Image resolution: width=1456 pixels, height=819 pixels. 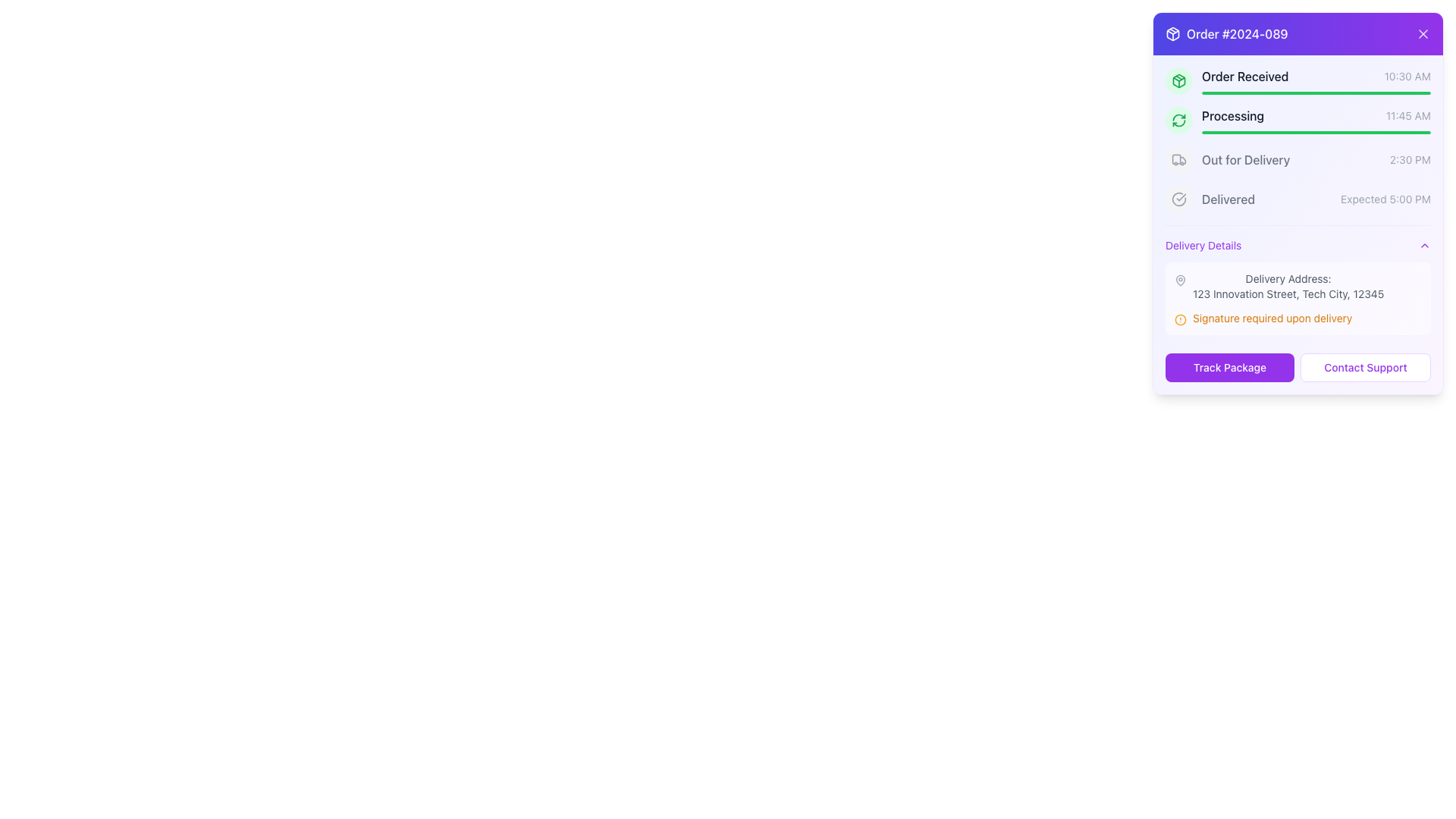 I want to click on the Status icon, which is a circular icon with a green background and a refresh symbol in the center, located to the left of the 'Processing' text, so click(x=1178, y=119).